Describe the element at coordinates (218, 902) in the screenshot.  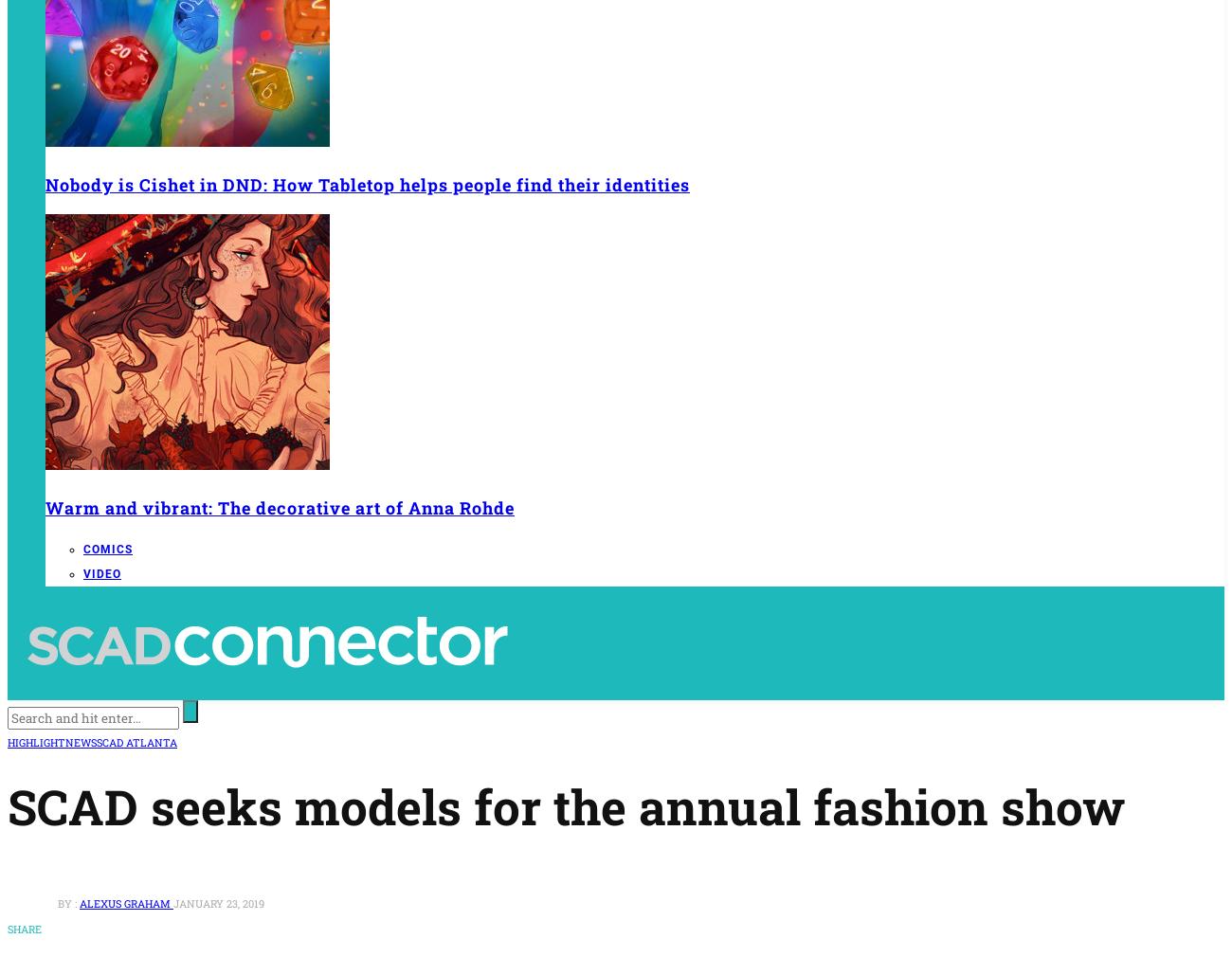
I see `'January 23, 2019'` at that location.